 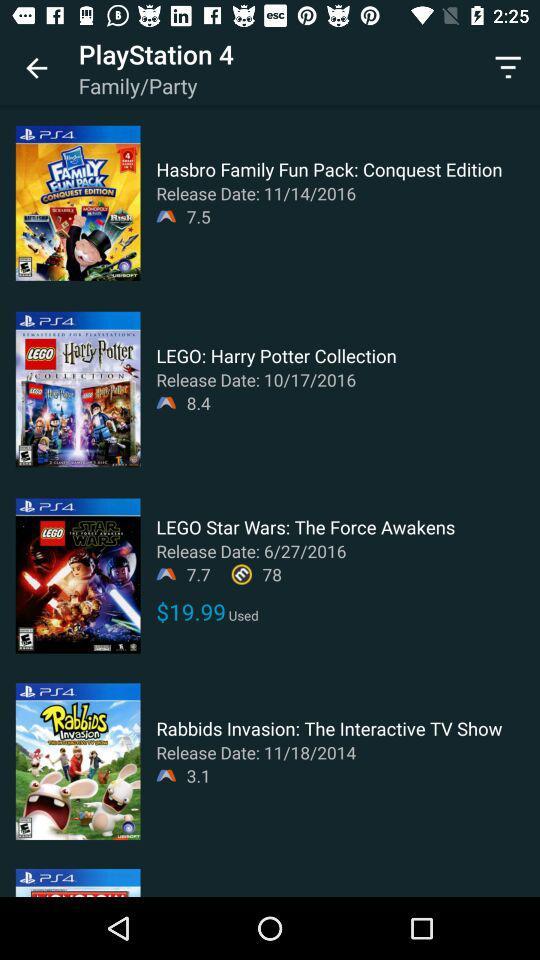 I want to click on the icon above hasbro family fun, so click(x=508, y=68).